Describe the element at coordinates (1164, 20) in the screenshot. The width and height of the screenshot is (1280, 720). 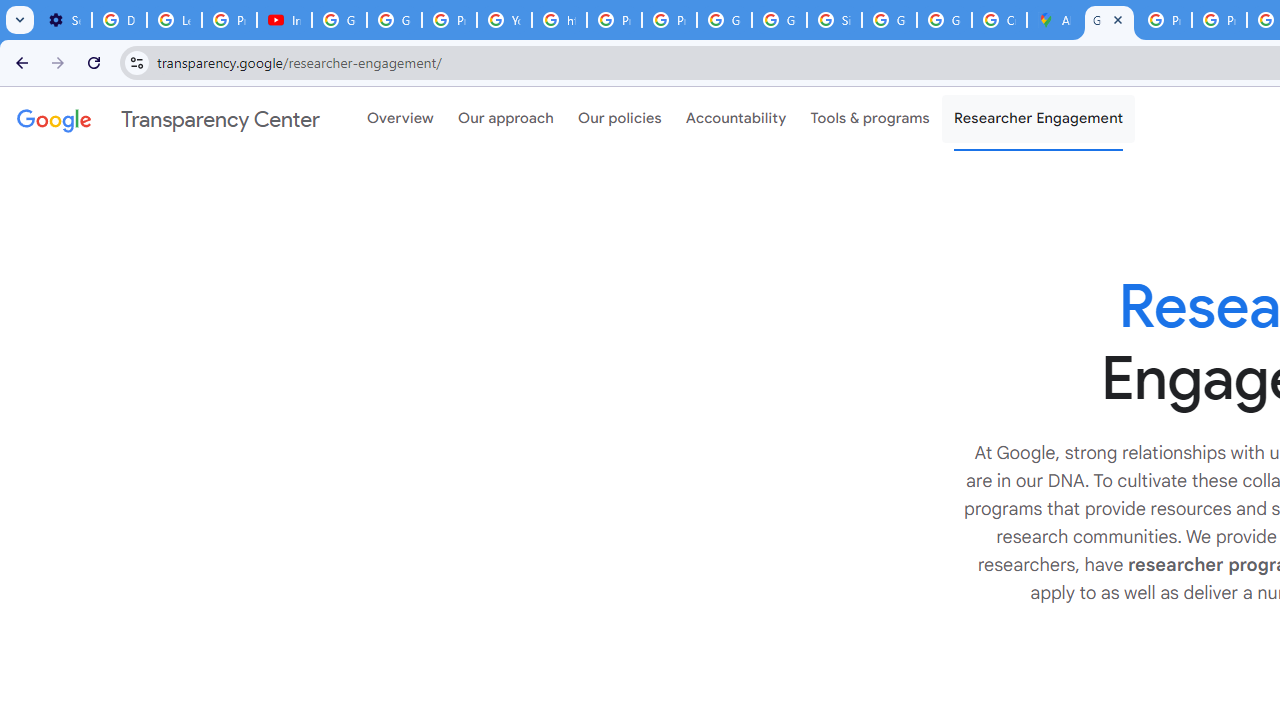
I see `'Privacy Help Center - Policies Help'` at that location.